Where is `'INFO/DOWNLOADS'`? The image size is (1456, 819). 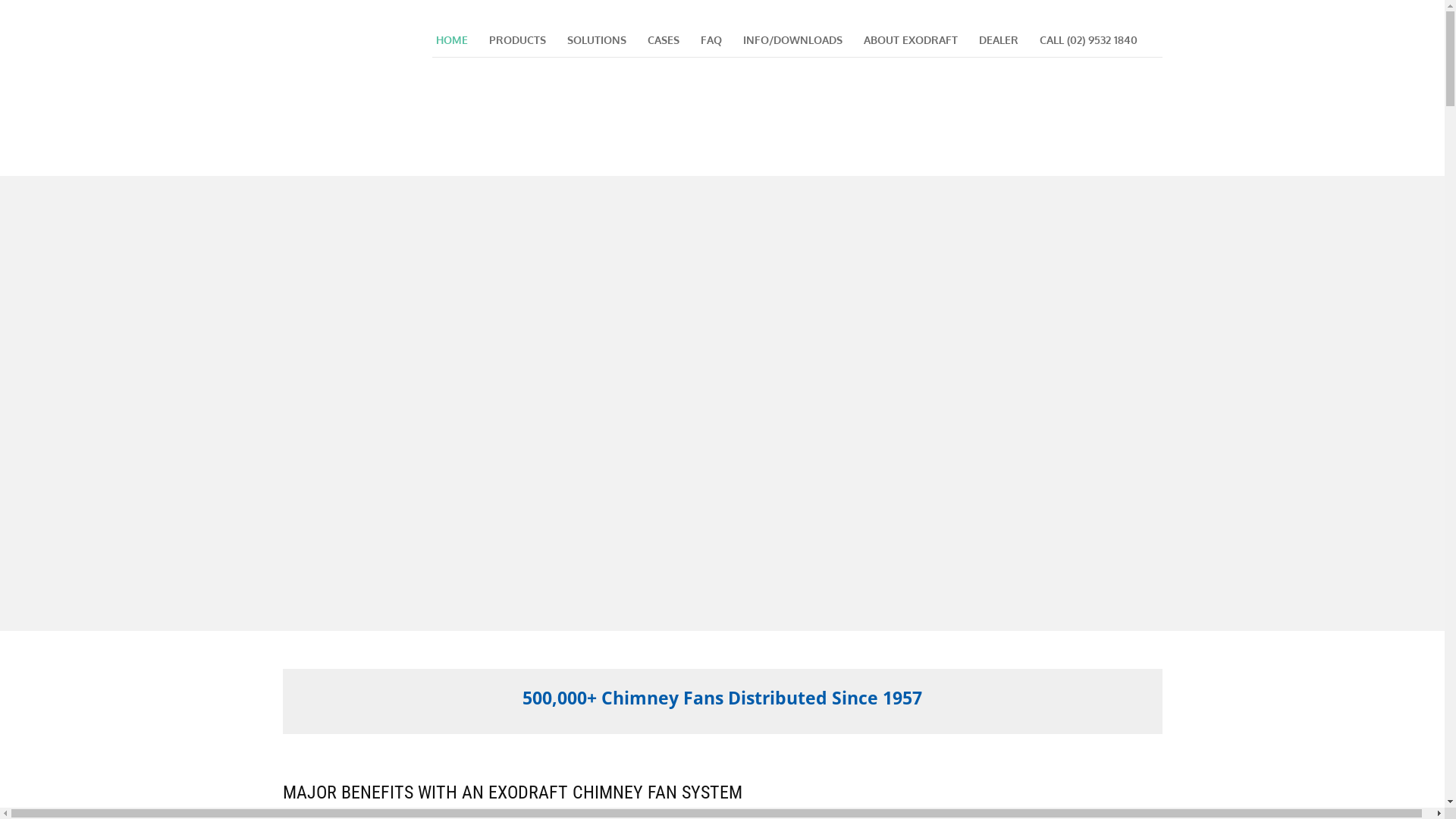
'INFO/DOWNLOADS' is located at coordinates (739, 39).